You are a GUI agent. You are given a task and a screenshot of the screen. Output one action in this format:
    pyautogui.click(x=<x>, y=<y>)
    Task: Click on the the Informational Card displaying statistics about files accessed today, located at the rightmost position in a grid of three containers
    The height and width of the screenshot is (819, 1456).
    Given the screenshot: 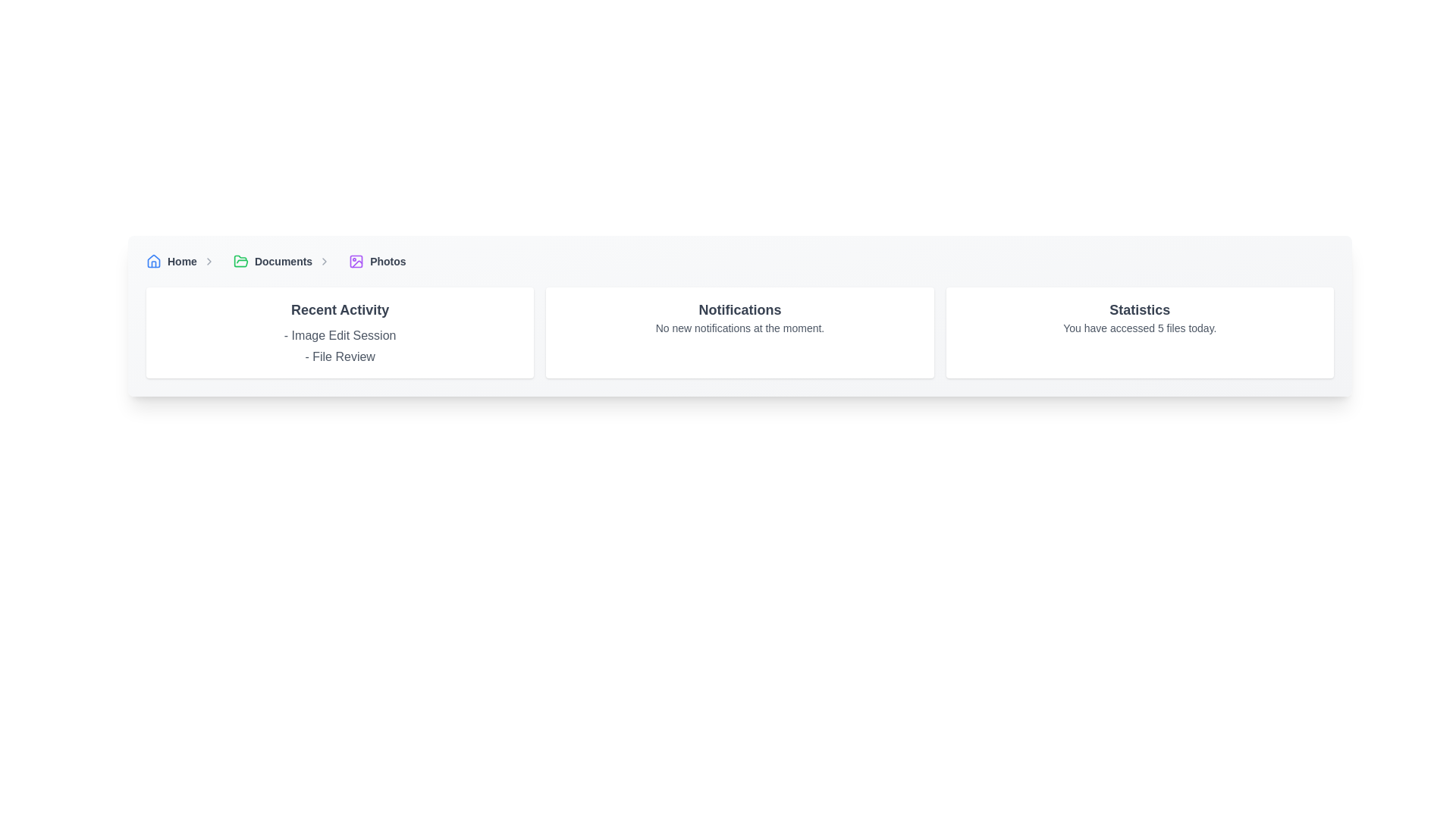 What is the action you would take?
    pyautogui.click(x=1140, y=332)
    